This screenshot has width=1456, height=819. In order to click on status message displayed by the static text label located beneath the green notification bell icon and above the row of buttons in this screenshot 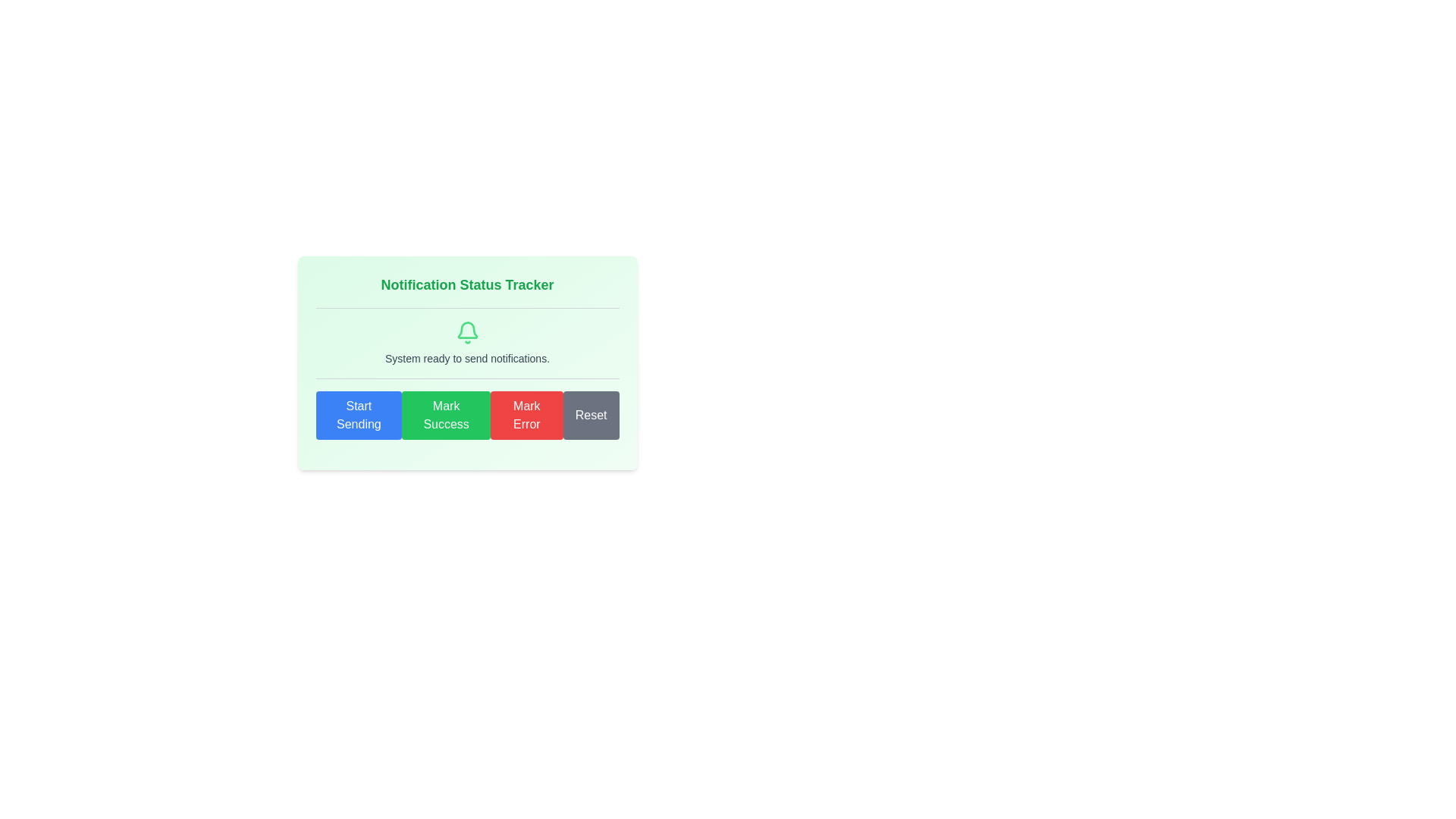, I will do `click(466, 359)`.